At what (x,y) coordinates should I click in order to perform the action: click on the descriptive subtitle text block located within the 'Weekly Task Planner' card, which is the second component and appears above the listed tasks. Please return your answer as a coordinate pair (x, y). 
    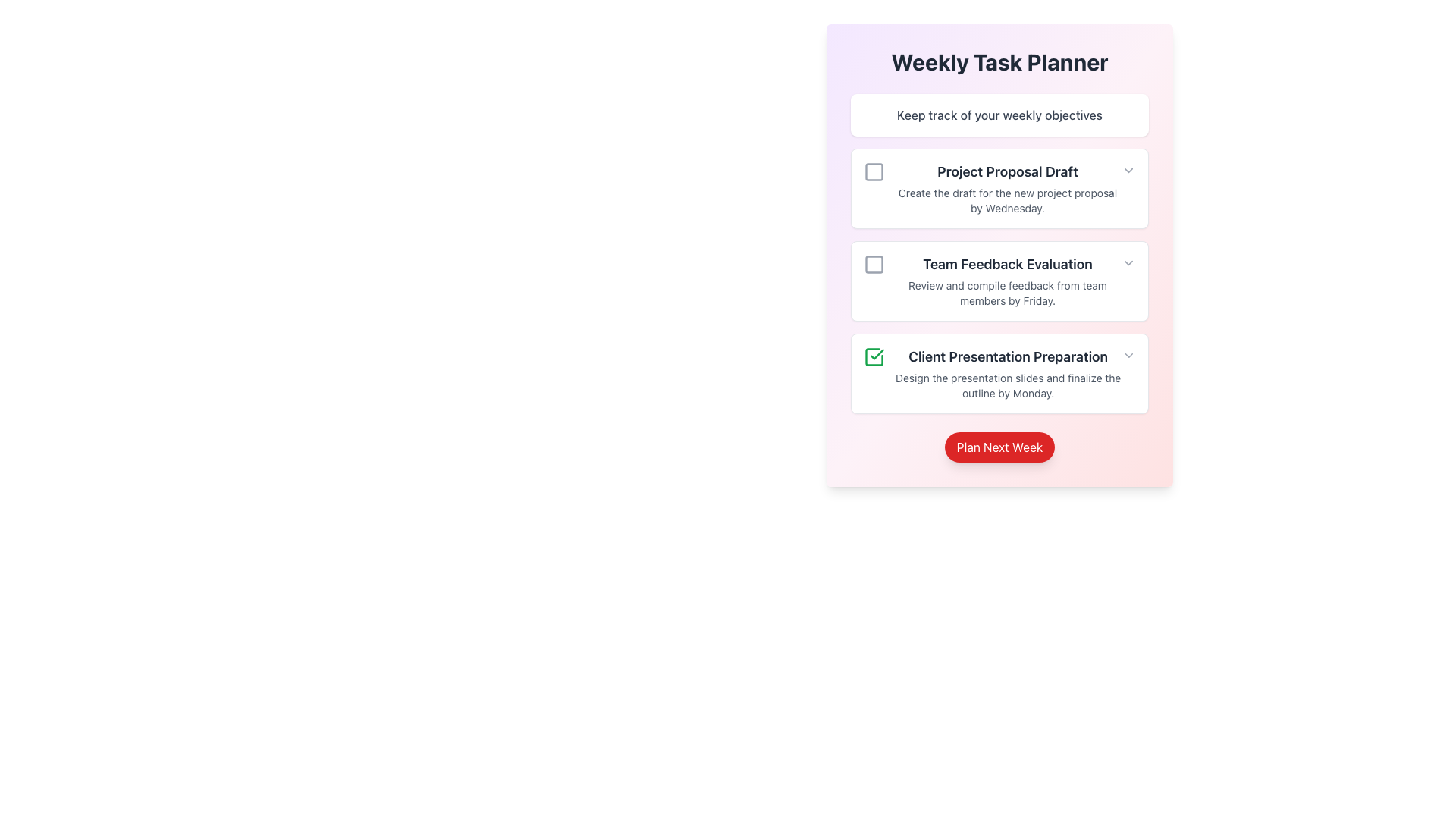
    Looking at the image, I should click on (999, 114).